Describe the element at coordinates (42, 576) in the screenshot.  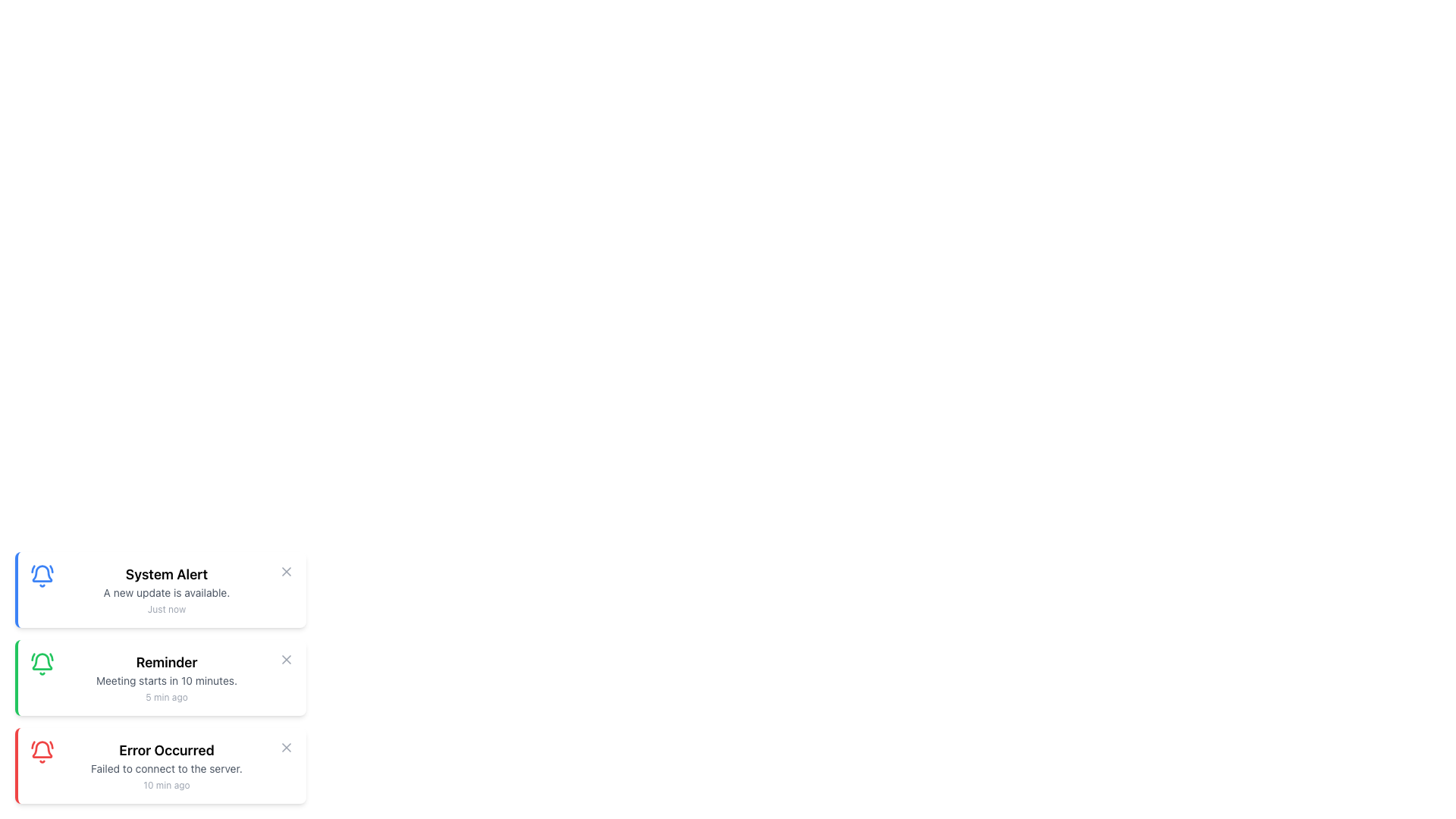
I see `the blue notification bell icon located at the left side of the 'System Alert' card` at that location.